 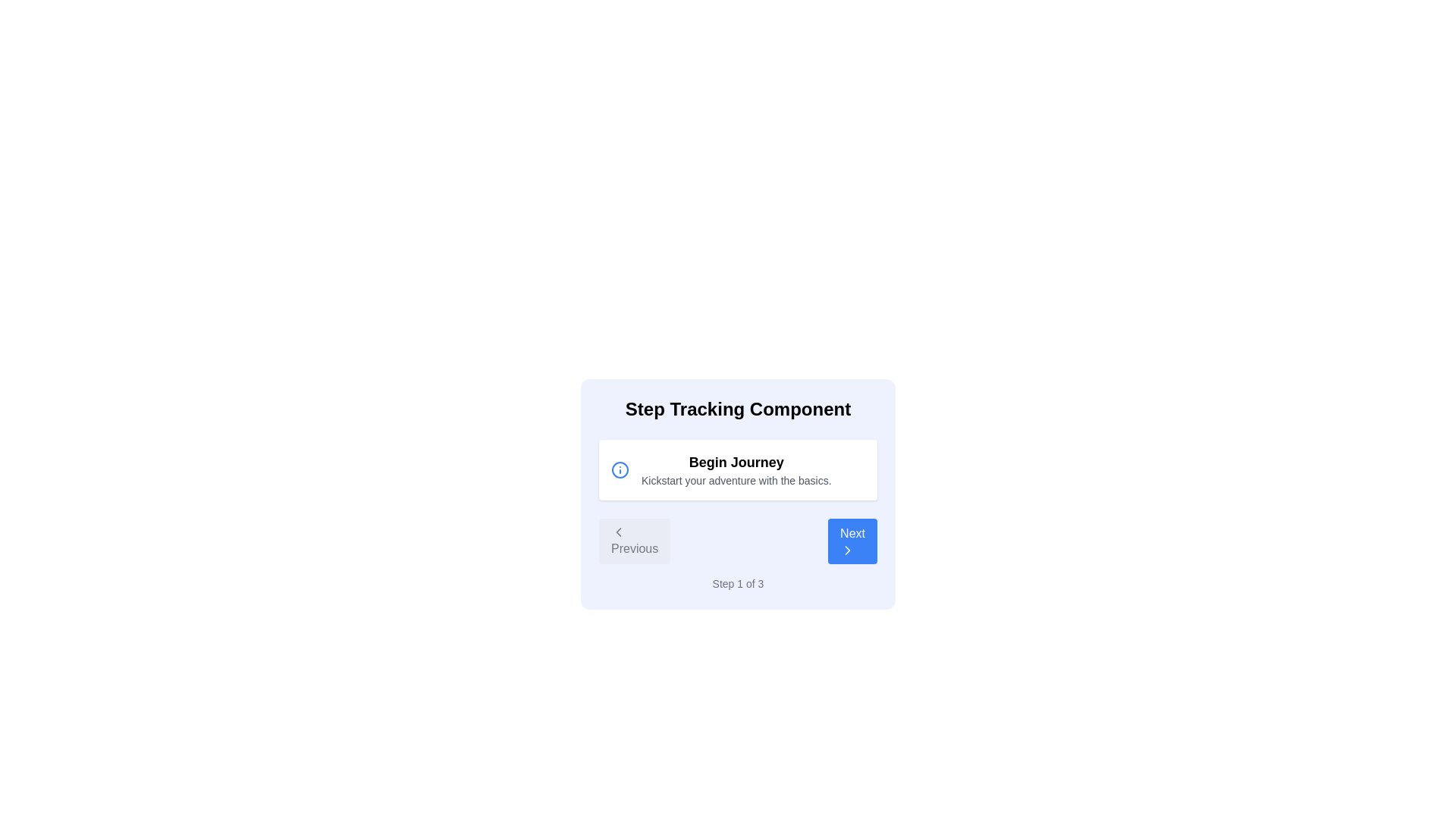 I want to click on the left-pointing arrow icon inside the 'Previous' button, so click(x=619, y=532).